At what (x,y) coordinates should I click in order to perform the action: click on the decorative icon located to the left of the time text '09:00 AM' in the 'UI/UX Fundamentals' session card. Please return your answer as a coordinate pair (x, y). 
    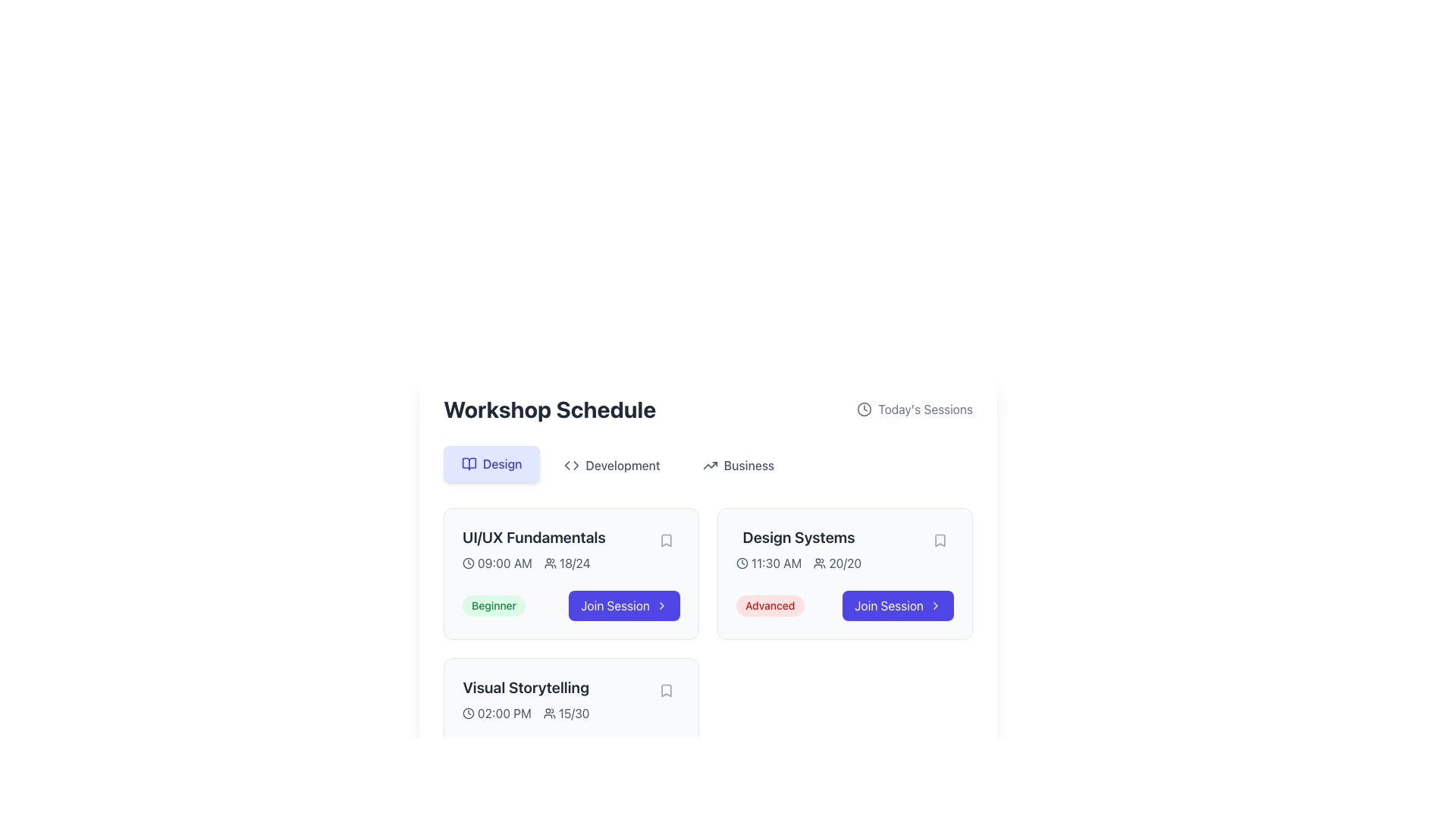
    Looking at the image, I should click on (468, 563).